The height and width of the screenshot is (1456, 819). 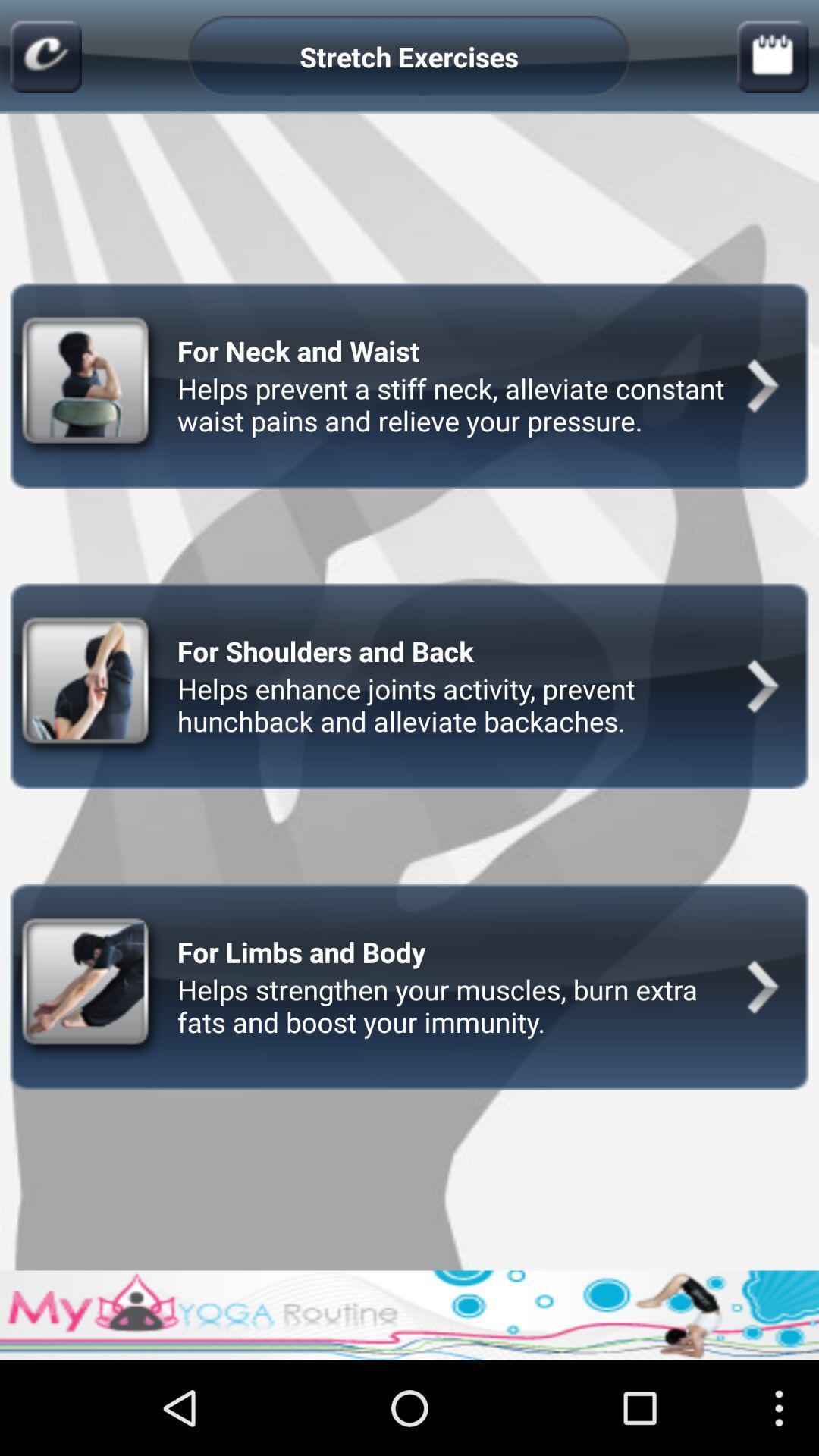 I want to click on the third image of the page, so click(x=89, y=987).